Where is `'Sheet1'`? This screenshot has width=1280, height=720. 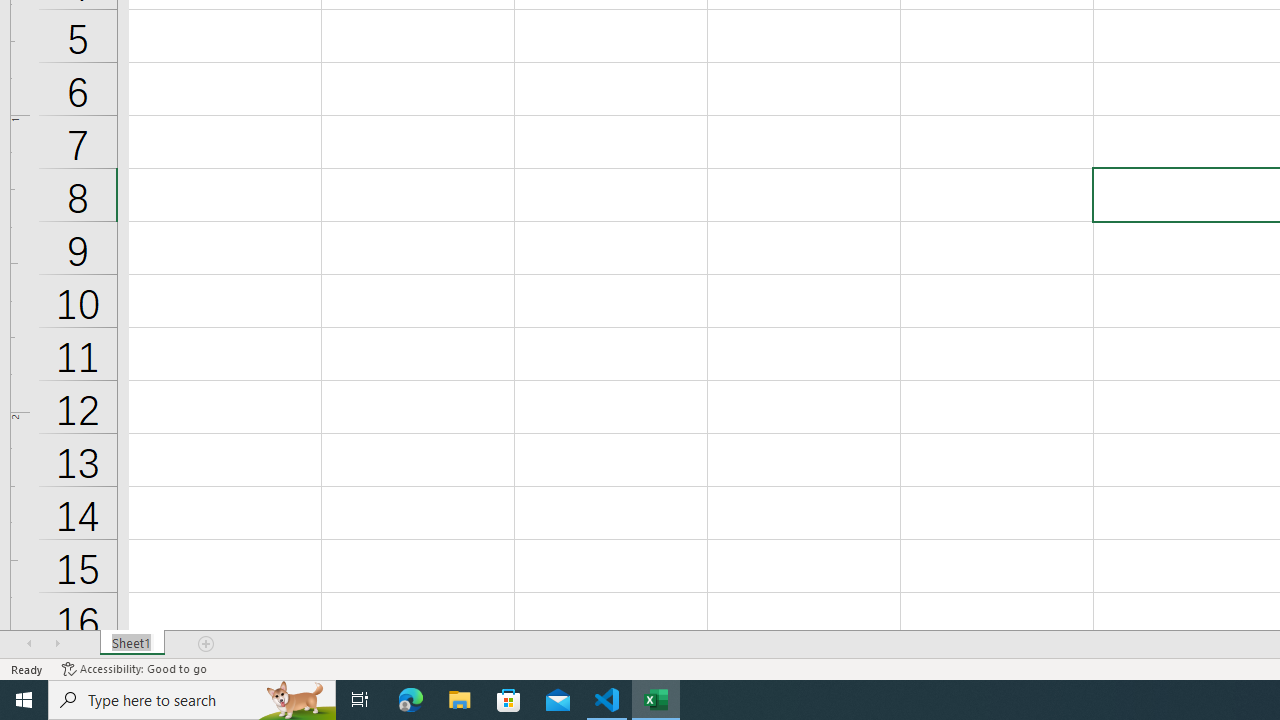
'Sheet1' is located at coordinates (131, 644).